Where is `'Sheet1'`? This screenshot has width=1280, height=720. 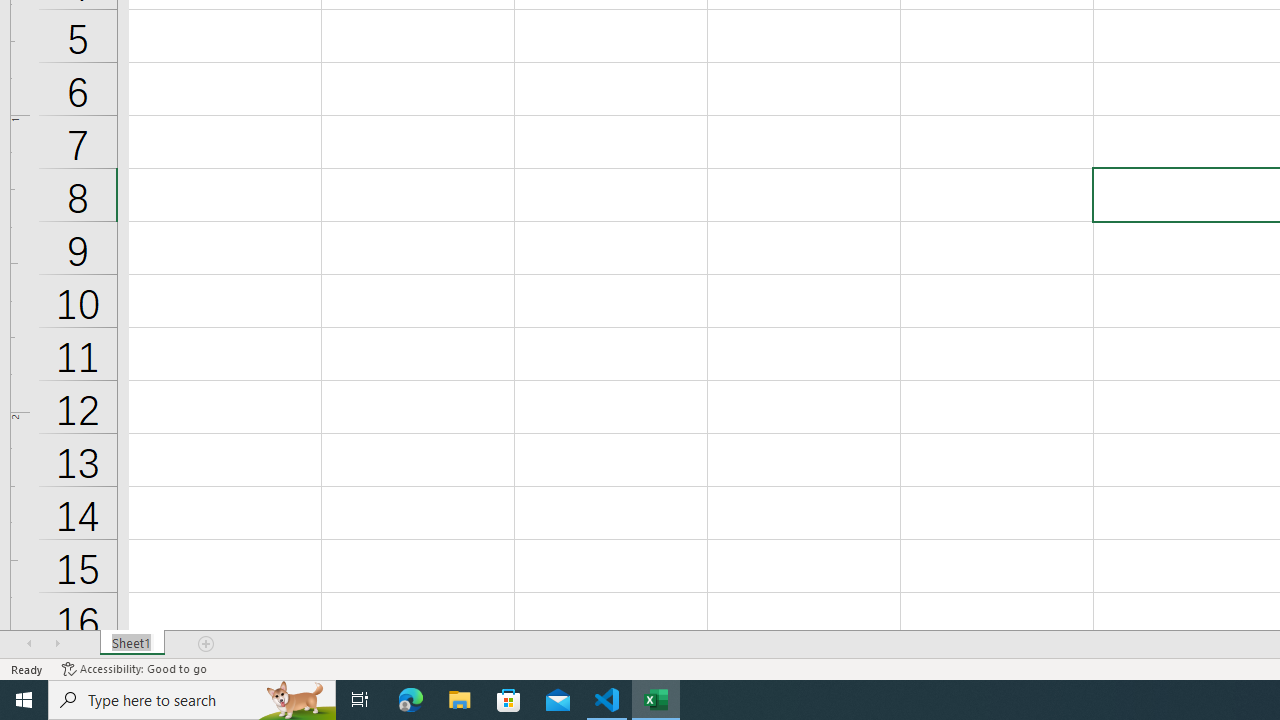
'Sheet1' is located at coordinates (131, 644).